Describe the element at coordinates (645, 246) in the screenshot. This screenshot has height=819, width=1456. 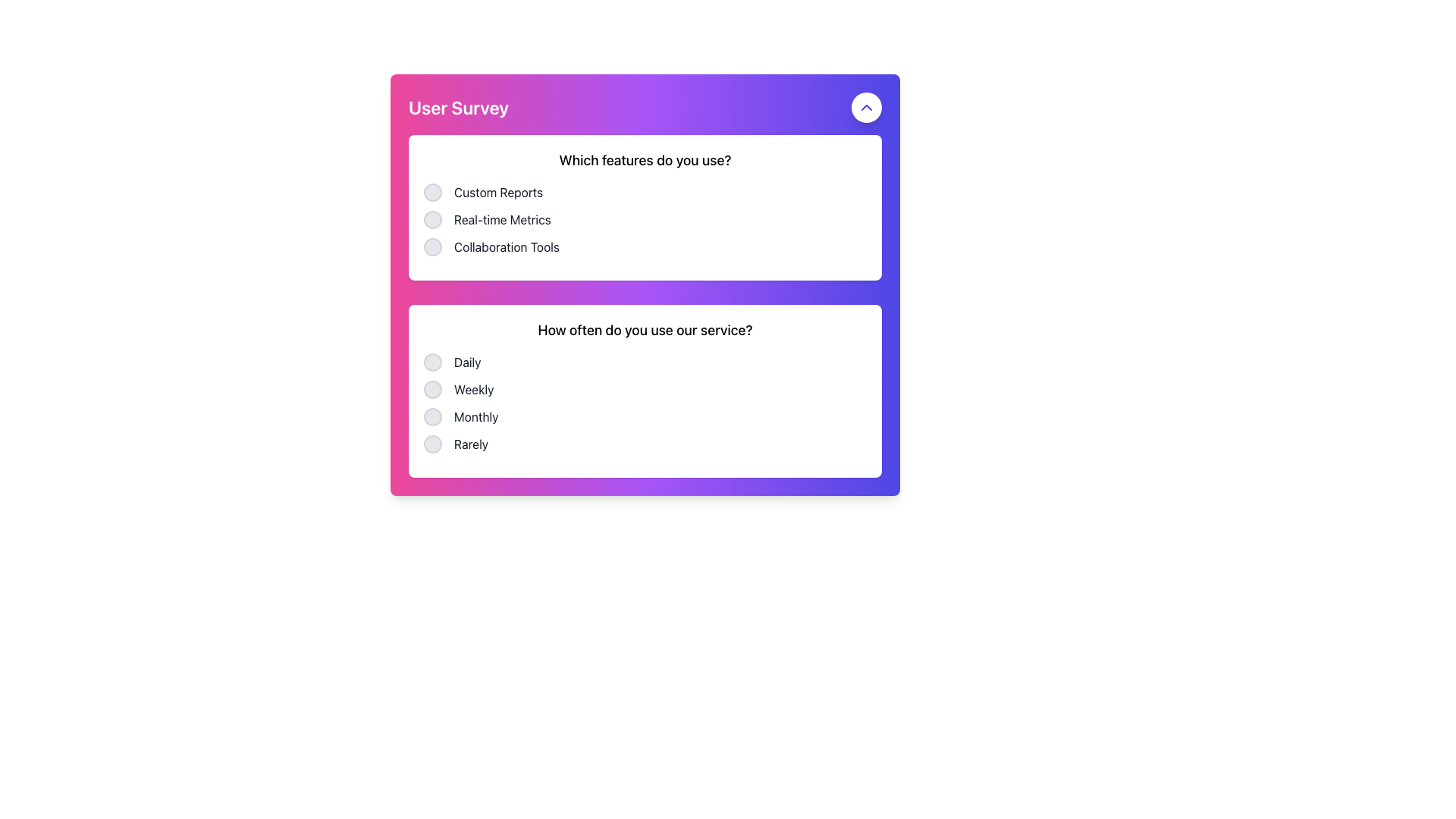
I see `to select the 'Collaboration Tools' option in the selectable list under the section 'Which features do you use?'` at that location.